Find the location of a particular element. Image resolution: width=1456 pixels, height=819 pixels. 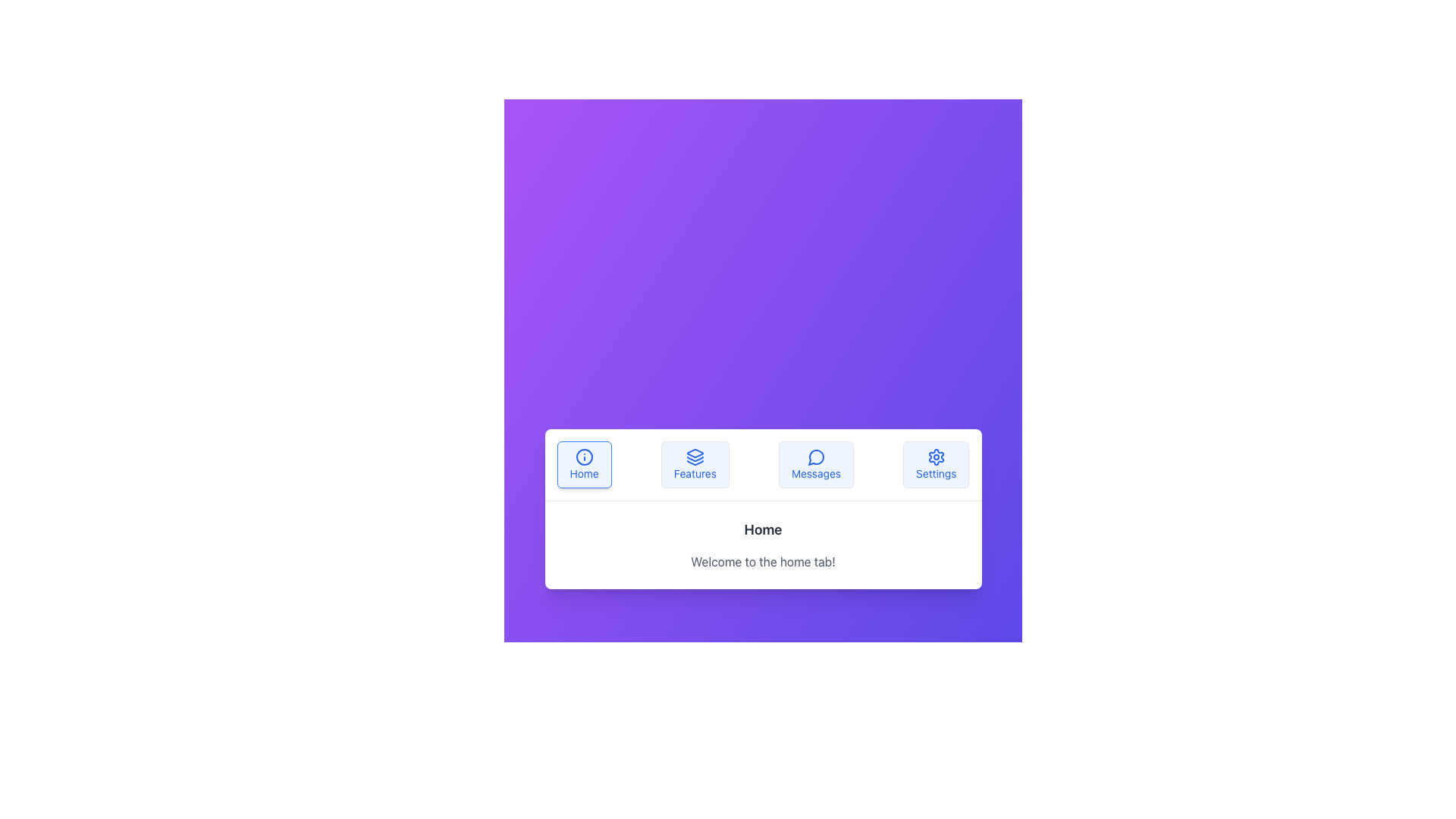

the 'Features' icon located in the second button from the left in the bottom navigation bar to interact with it is located at coordinates (694, 456).